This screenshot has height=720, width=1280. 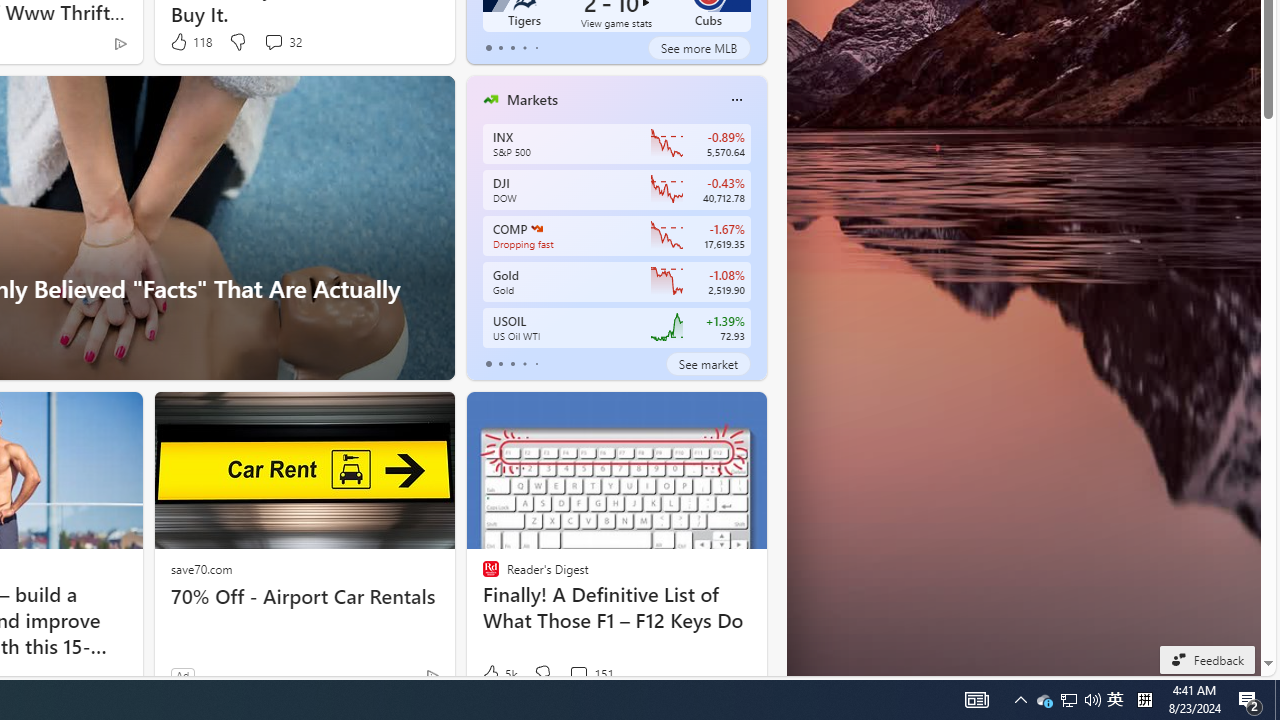 What do you see at coordinates (431, 675) in the screenshot?
I see `'Ad Choice'` at bounding box center [431, 675].